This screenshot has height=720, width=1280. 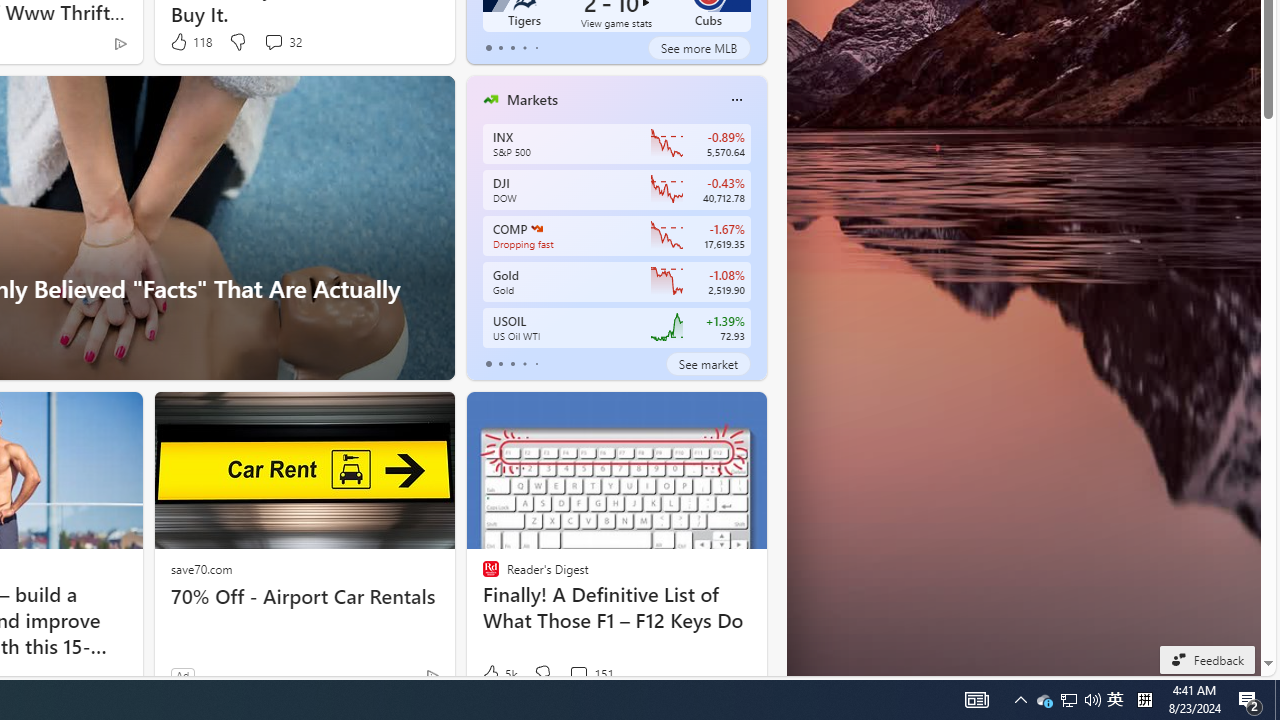 What do you see at coordinates (431, 675) in the screenshot?
I see `'Ad Choice'` at bounding box center [431, 675].